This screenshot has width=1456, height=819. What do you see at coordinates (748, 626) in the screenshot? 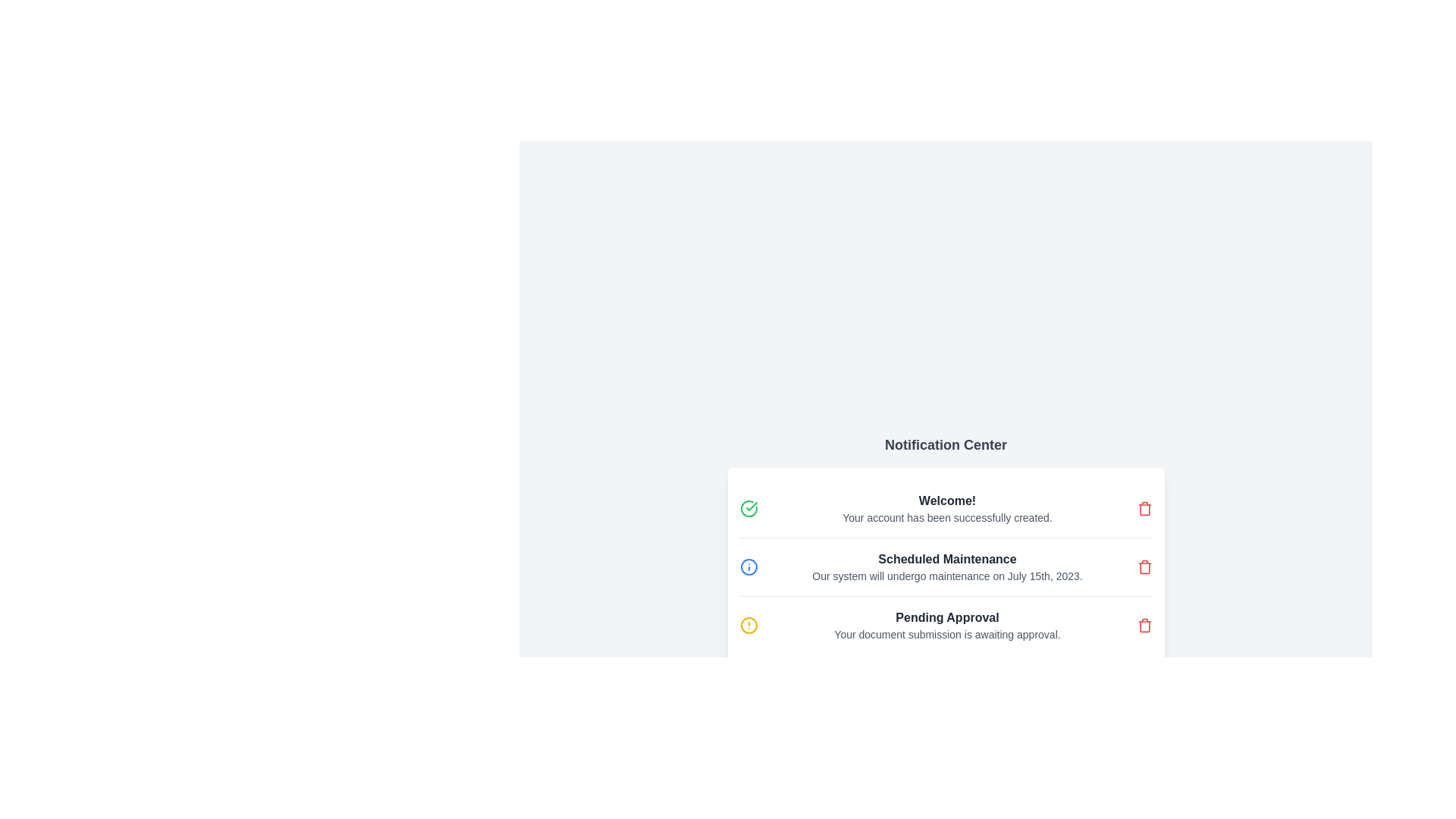
I see `the icon located on the 'Pending Approval' notification item, which is the third icon in a vertically stacked list of notifications` at bounding box center [748, 626].